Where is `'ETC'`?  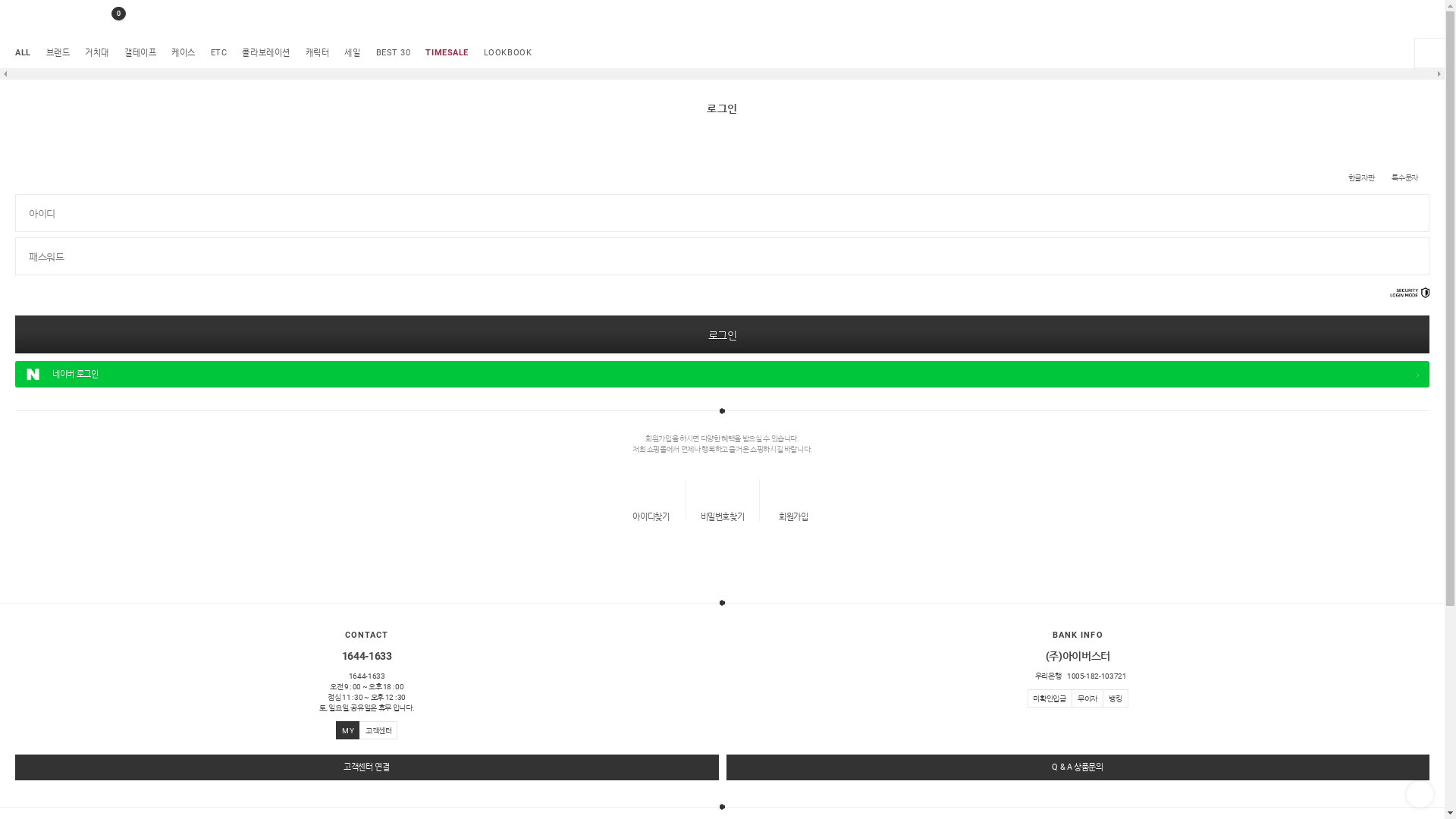
'ETC' is located at coordinates (218, 52).